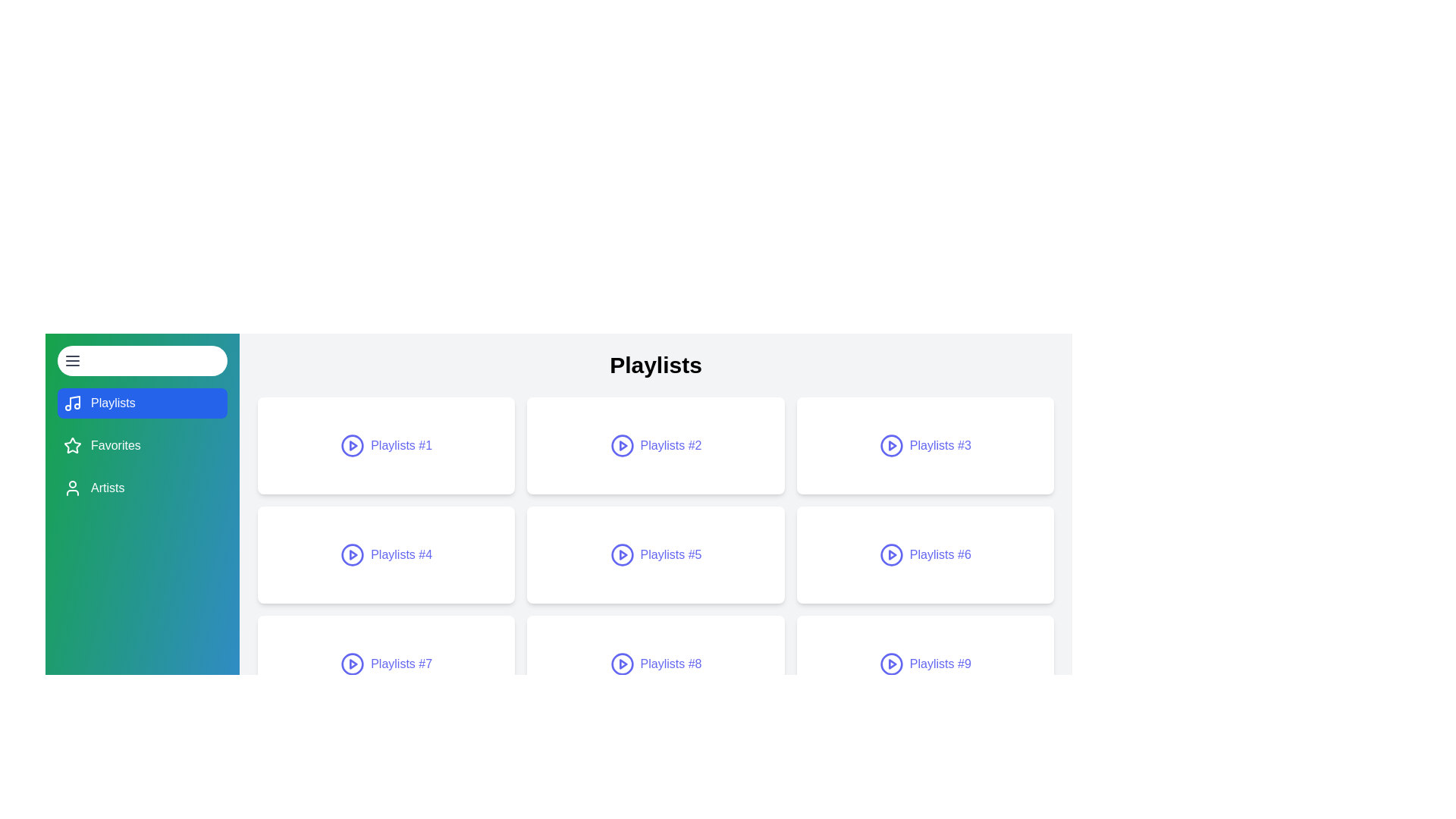 The image size is (1456, 819). I want to click on the category Favorites from the sidebar menu, so click(142, 444).